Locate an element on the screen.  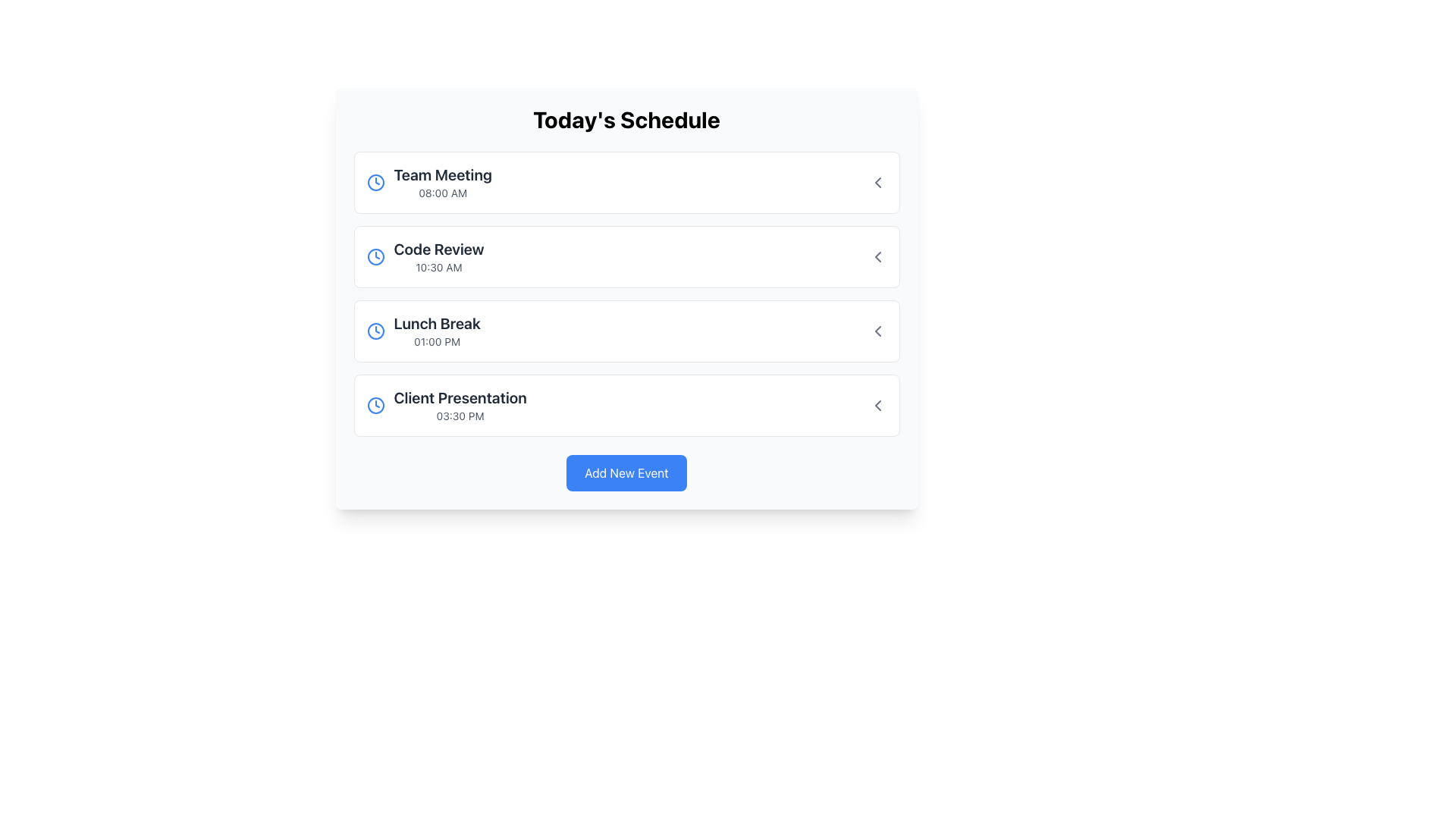
the third schedule entry in the list, positioned between the 'Code Review' and 'Client Presentation' events is located at coordinates (626, 330).